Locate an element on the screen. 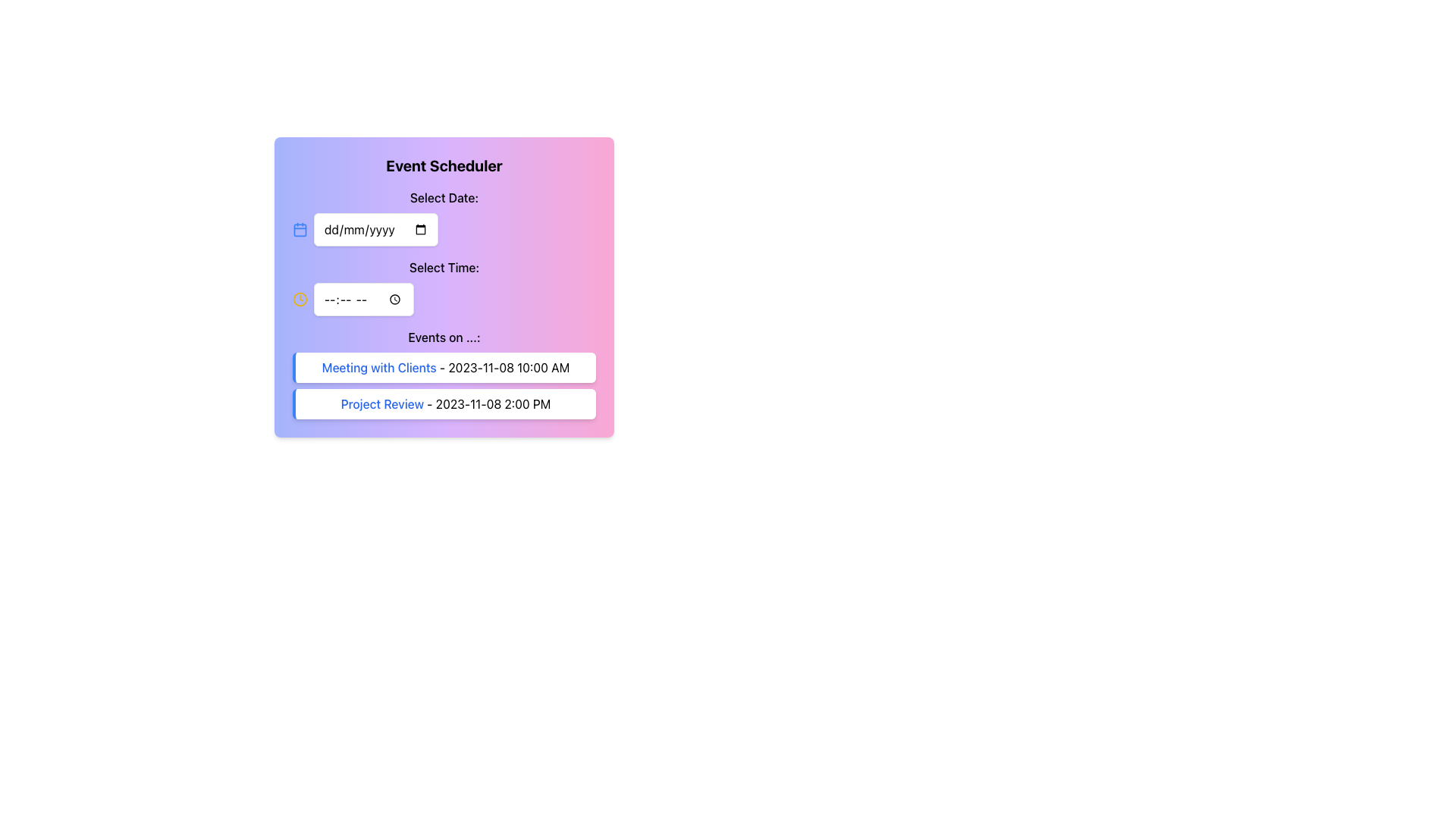  the background rectangle of the calendar icon is located at coordinates (300, 230).